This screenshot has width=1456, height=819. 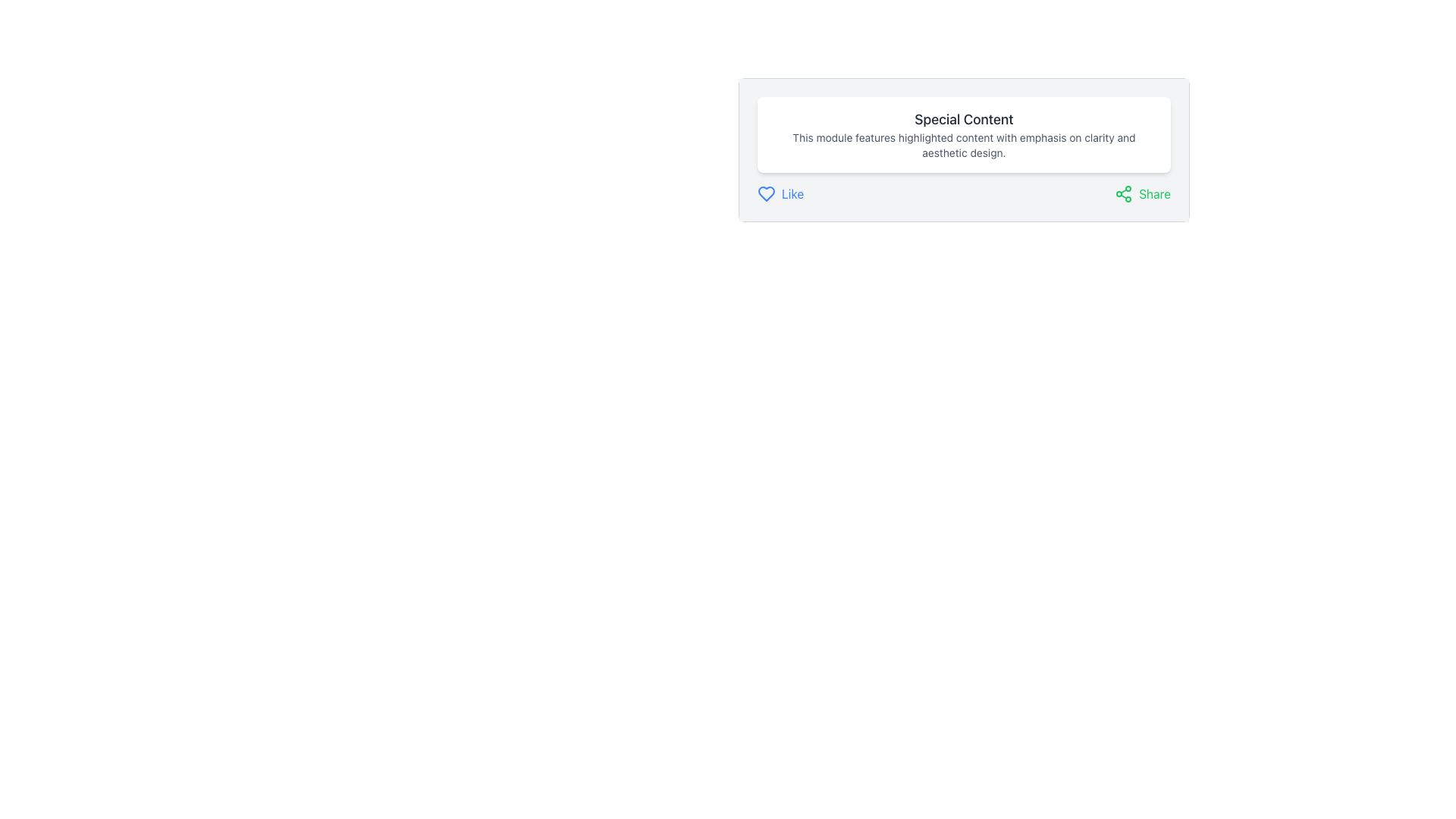 I want to click on the network or sharing icon, which consists of three filled circles connected by lines in green, located to the left of the 'Share' button in the button group at the bottom right of the 'Special Content' card, so click(x=1124, y=193).